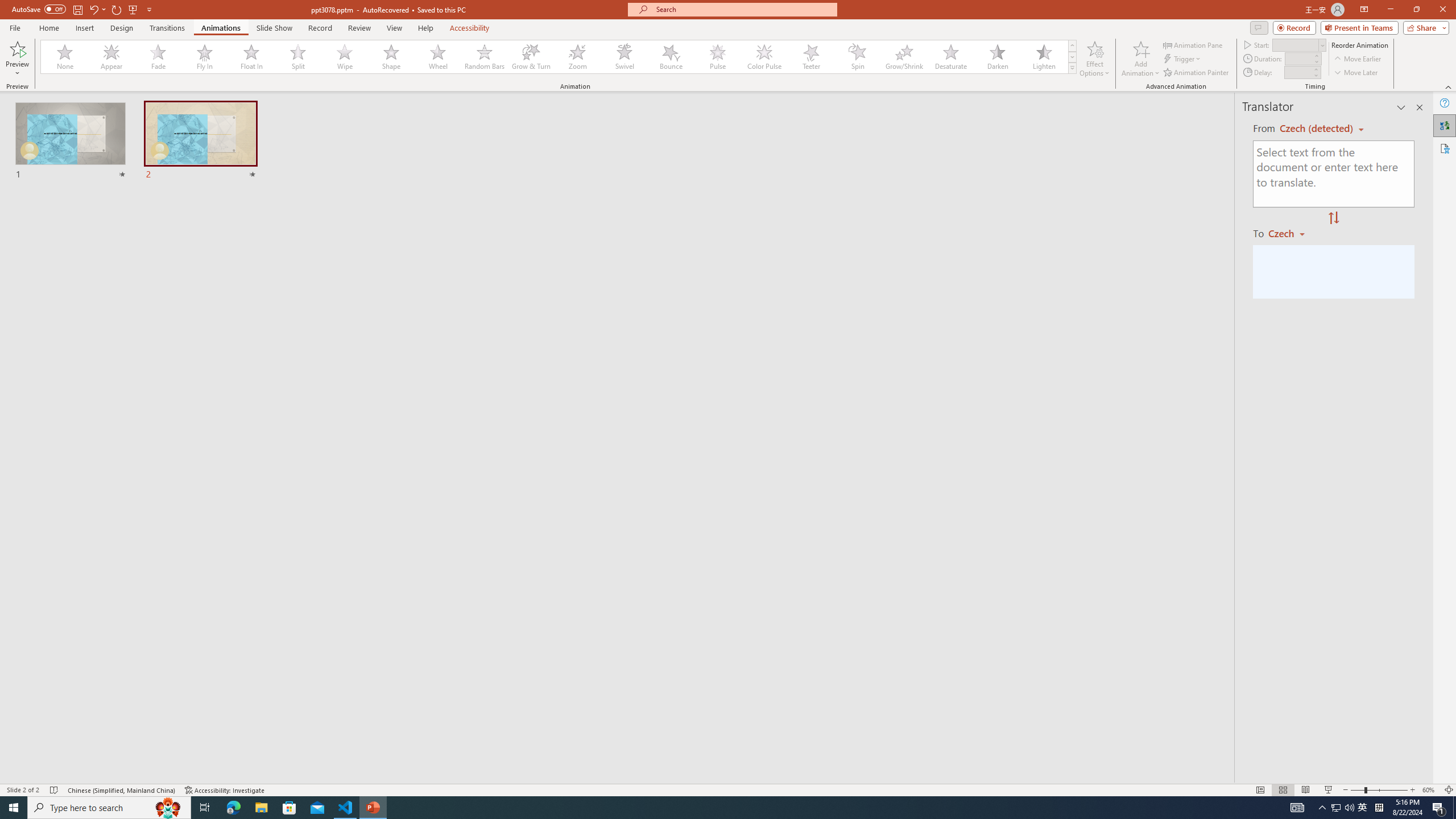  Describe the element at coordinates (904, 56) in the screenshot. I see `'Grow/Shrink'` at that location.